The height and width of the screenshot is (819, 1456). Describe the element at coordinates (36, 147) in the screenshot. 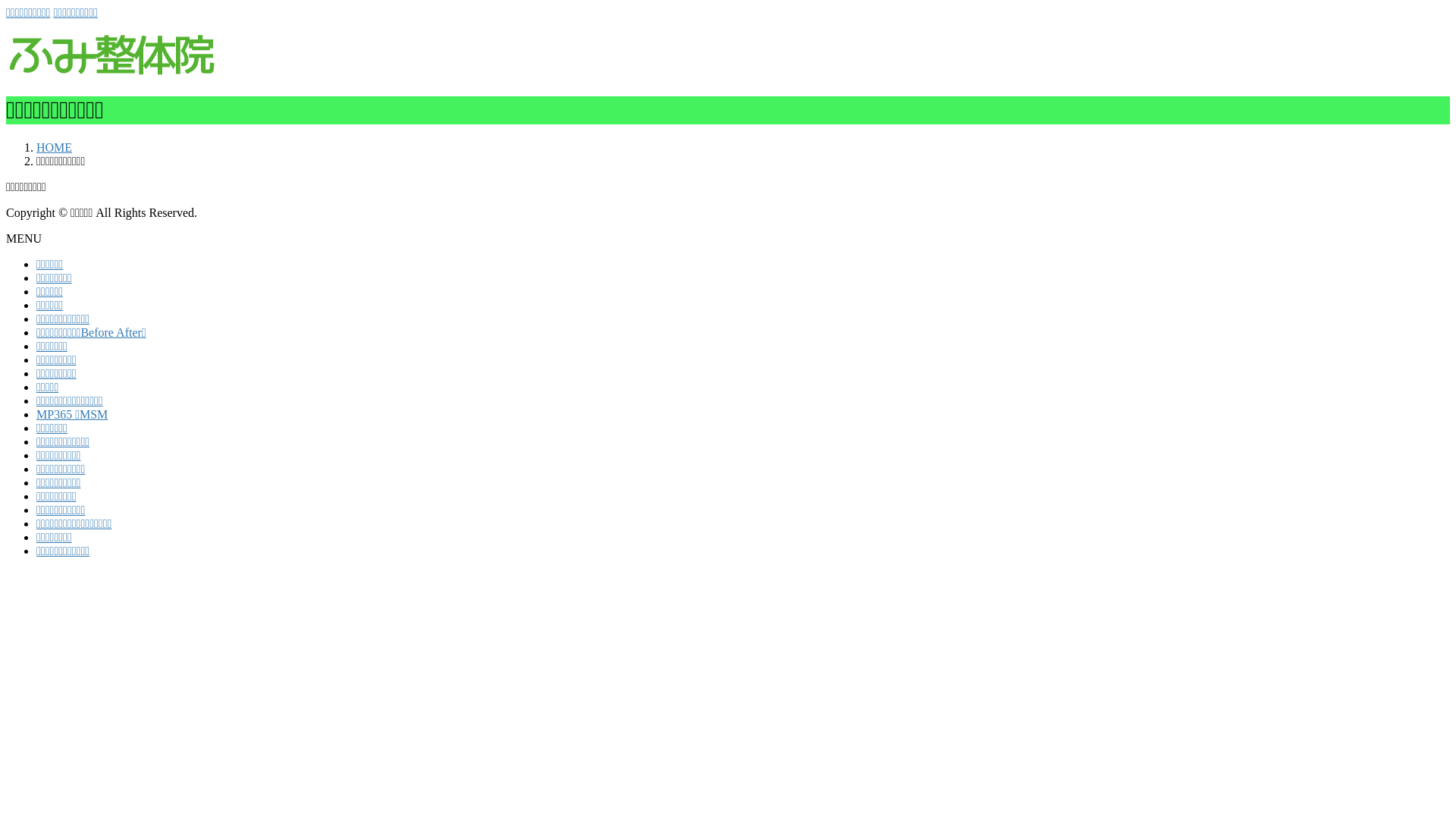

I see `'HOME'` at that location.